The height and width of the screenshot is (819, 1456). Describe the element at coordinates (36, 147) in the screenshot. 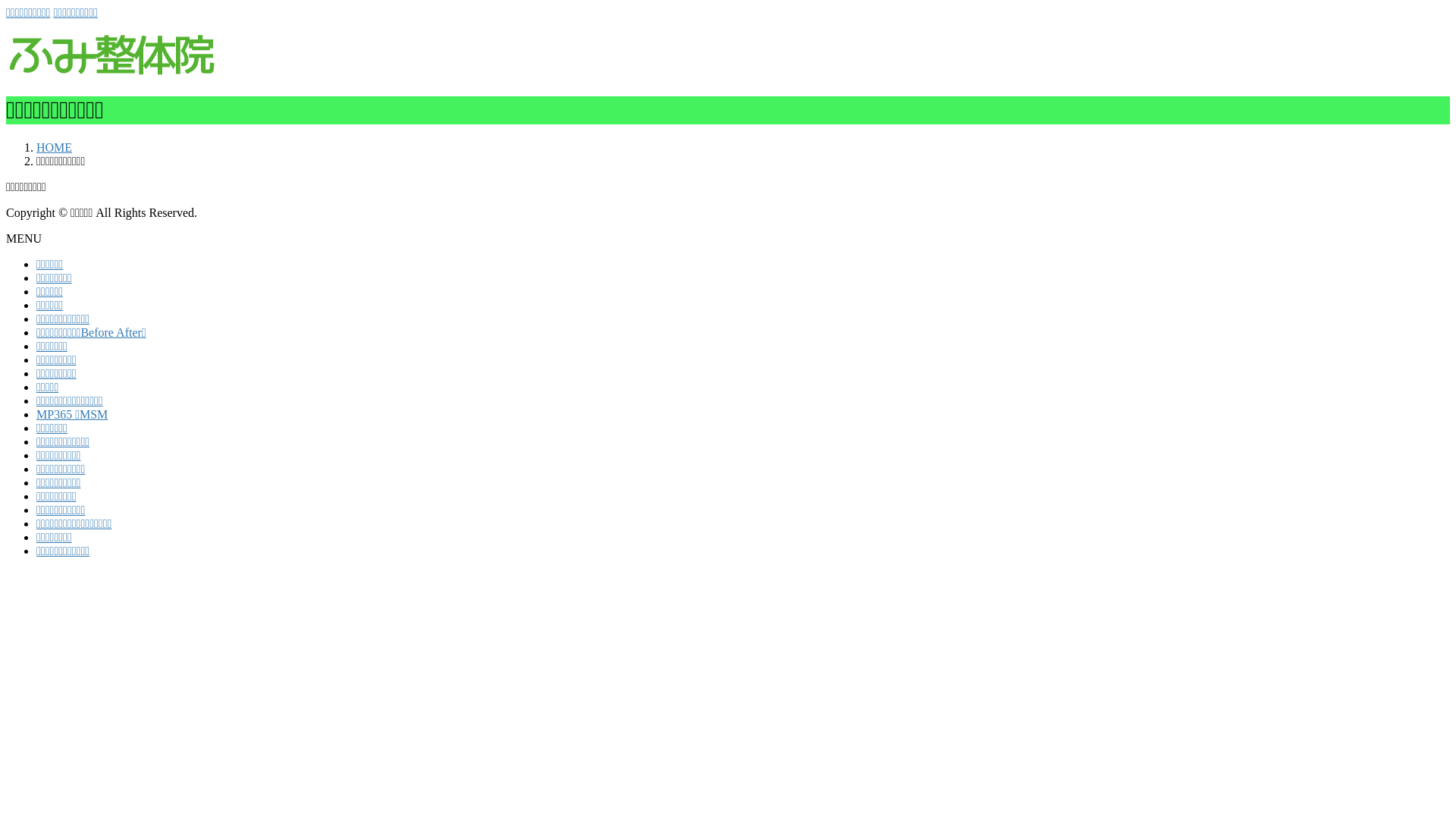

I see `'HOME'` at that location.